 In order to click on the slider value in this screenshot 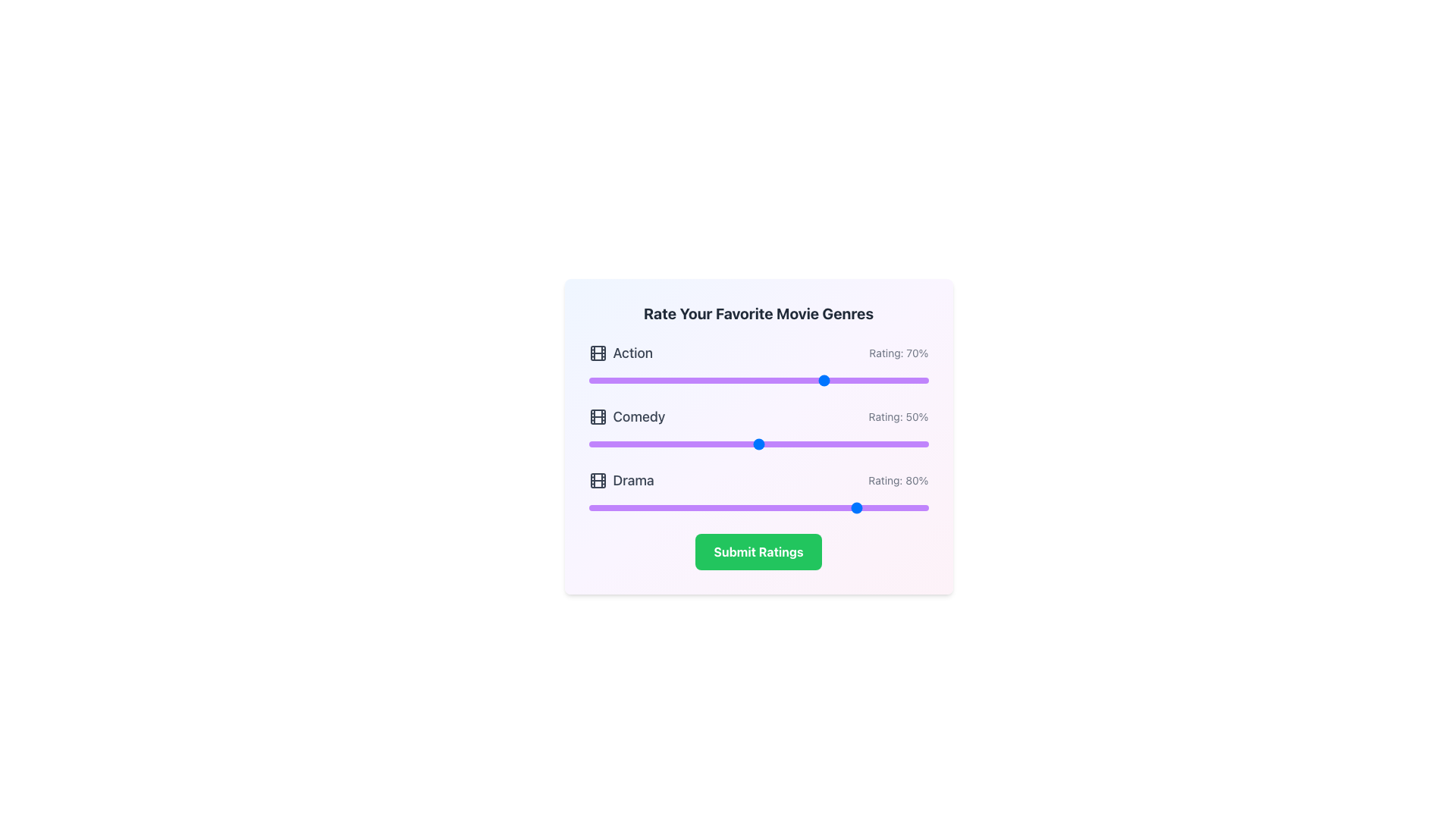, I will do `click(643, 508)`.